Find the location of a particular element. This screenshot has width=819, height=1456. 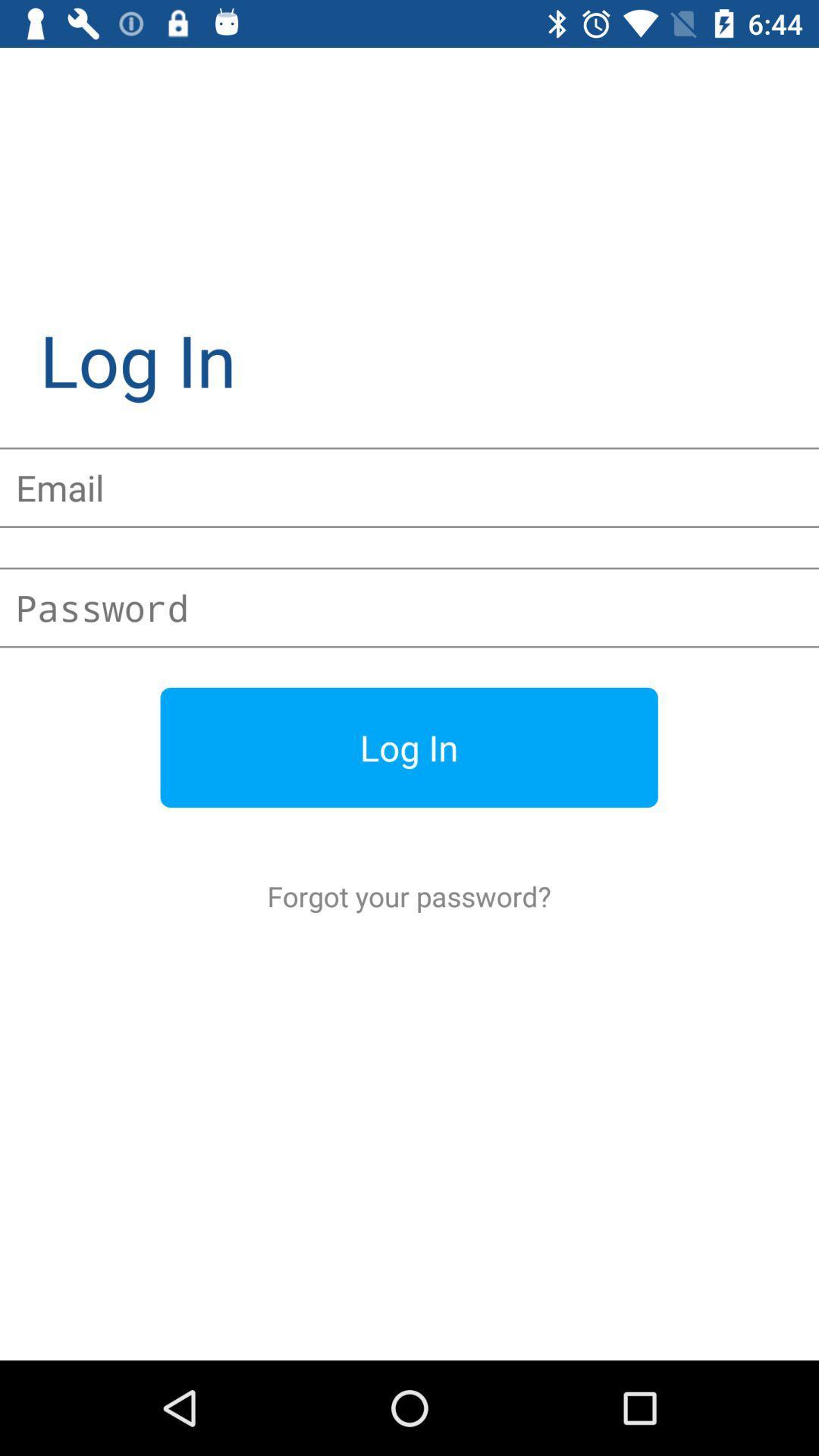

forgot your password? button is located at coordinates (408, 896).